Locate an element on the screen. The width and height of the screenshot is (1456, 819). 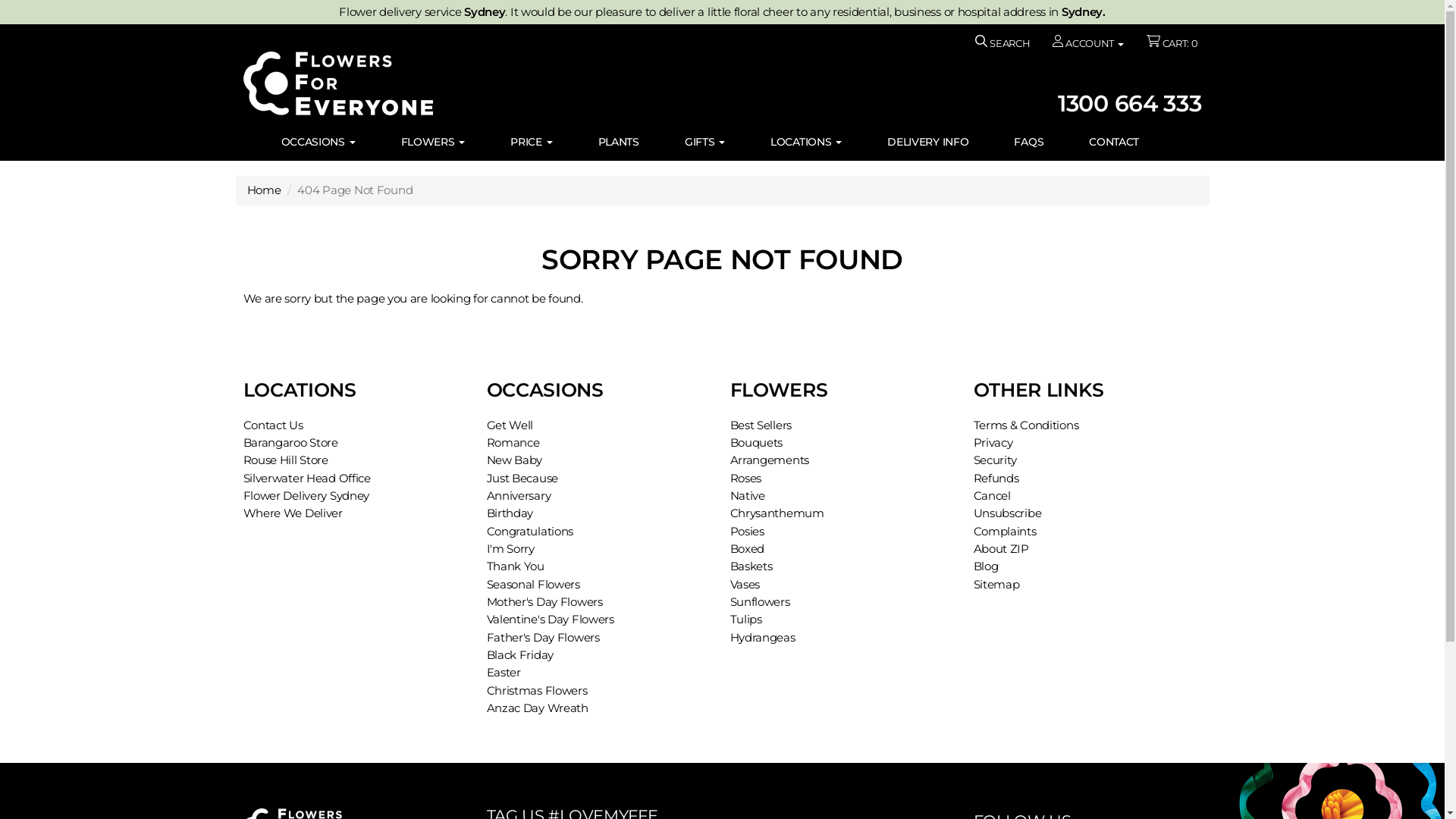
'Arrangements' is located at coordinates (769, 459).